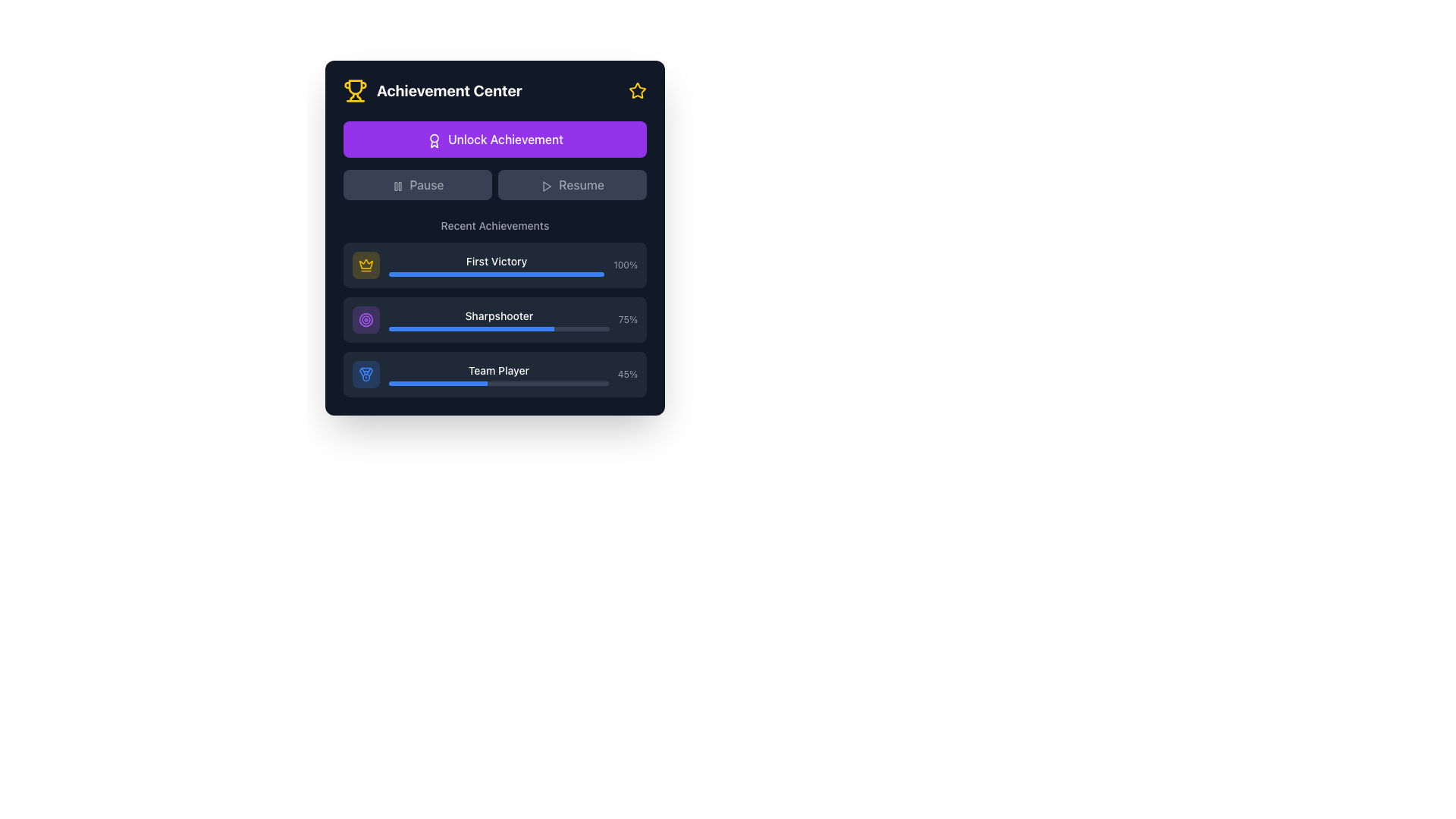 The image size is (1456, 819). Describe the element at coordinates (494, 161) in the screenshot. I see `the 'Unlock Achievement' text region, which is prominently displayed in white text on a vivid purple background, located in the Achievement Center section` at that location.